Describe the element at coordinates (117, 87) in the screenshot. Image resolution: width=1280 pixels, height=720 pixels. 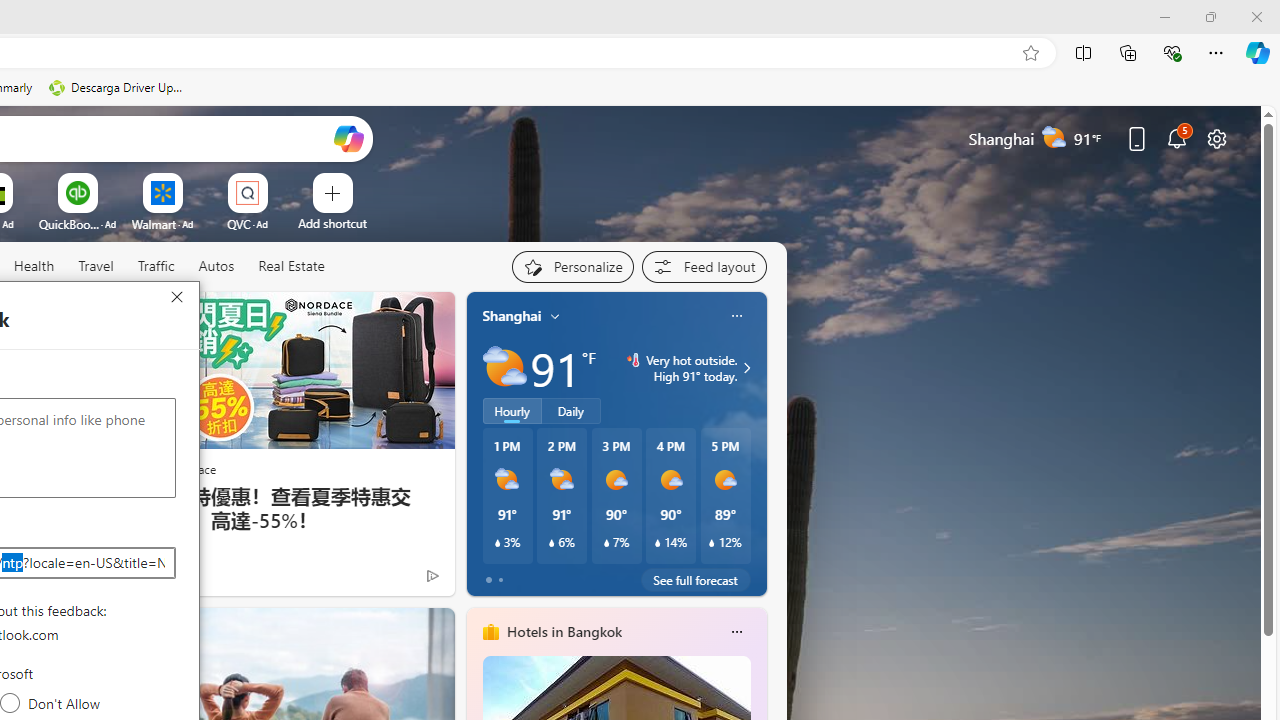
I see `'Descarga Driver Updater'` at that location.